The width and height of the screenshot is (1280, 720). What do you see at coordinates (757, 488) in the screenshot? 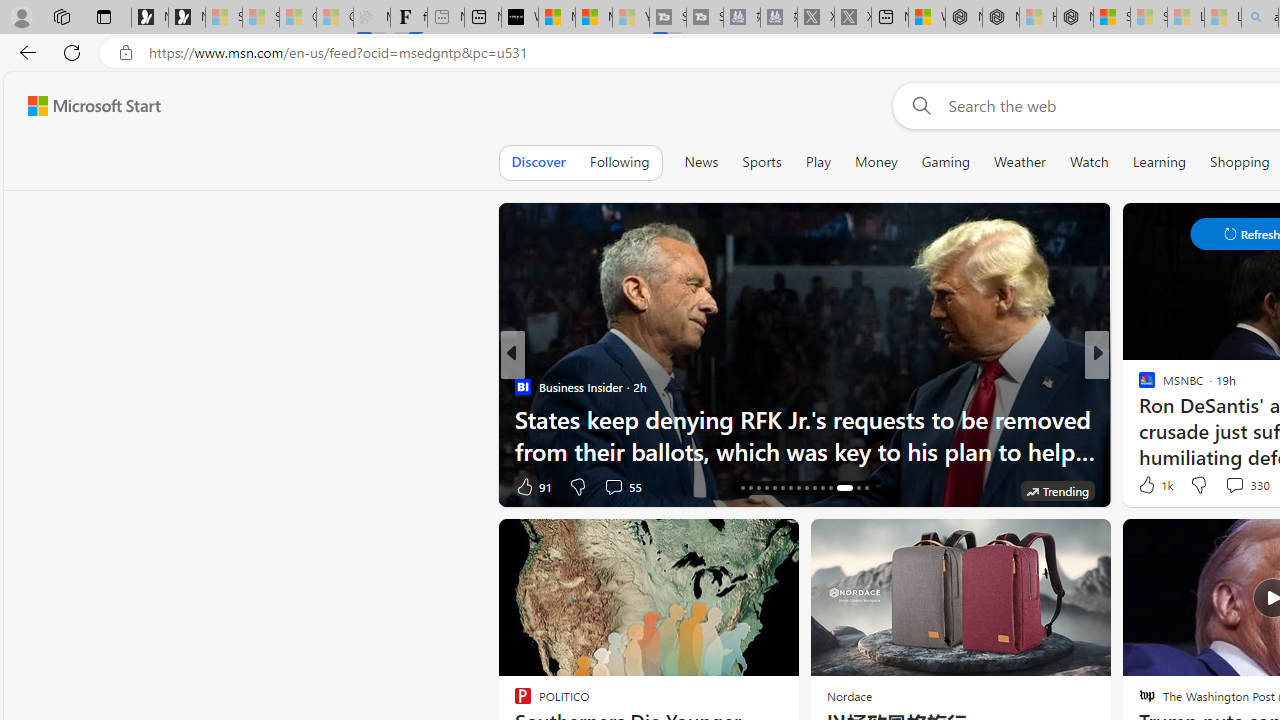
I see `'AutomationID: tab-18'` at bounding box center [757, 488].